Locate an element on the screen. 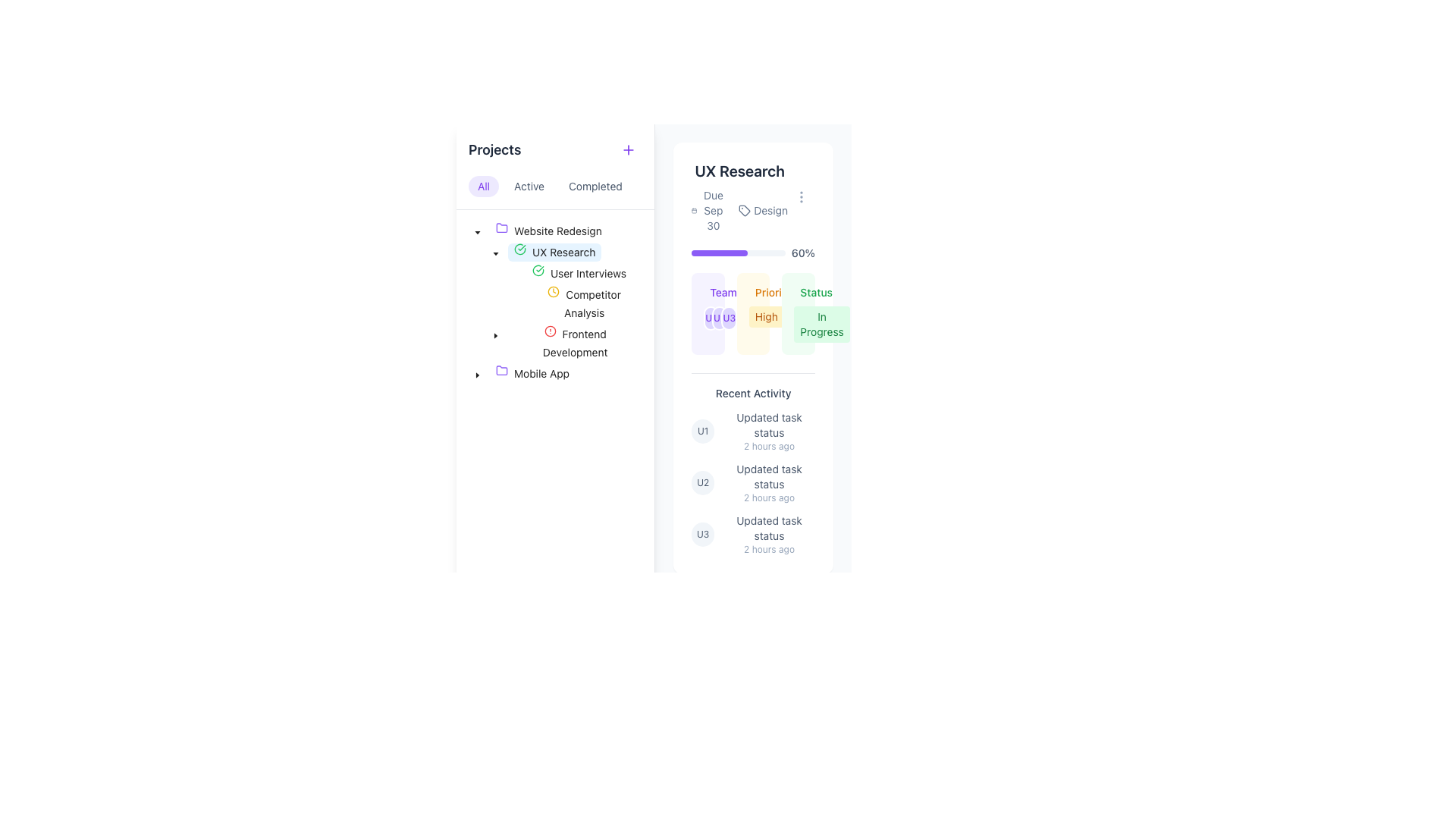 The image size is (1456, 819). the third circular badge labeled 'U3' in the 'Team' section of the UX Research panel is located at coordinates (729, 318).